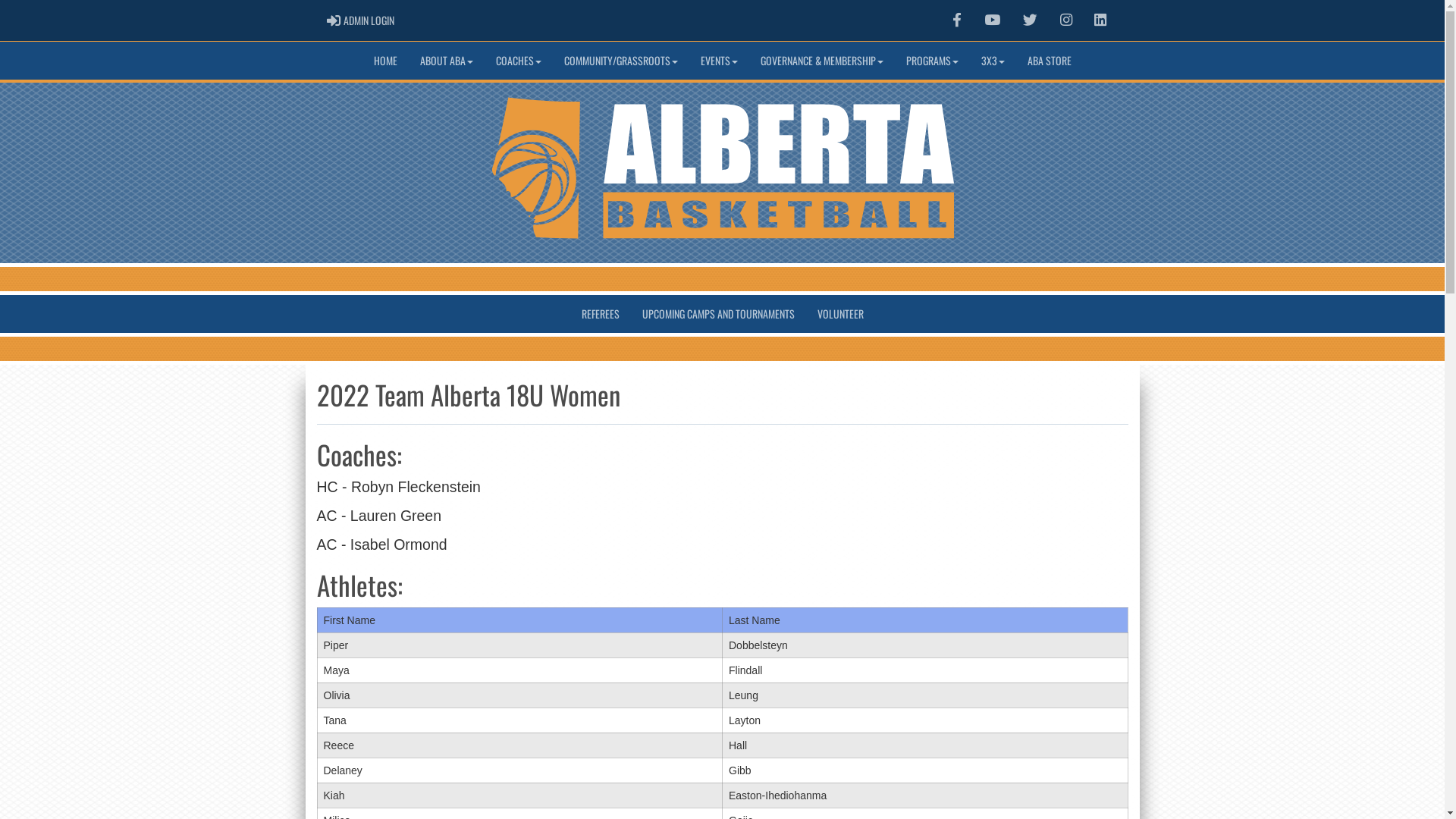 The width and height of the screenshot is (1456, 819). Describe the element at coordinates (630, 312) in the screenshot. I see `'UPCOMING CAMPS AND TOURNAMENTS'` at that location.